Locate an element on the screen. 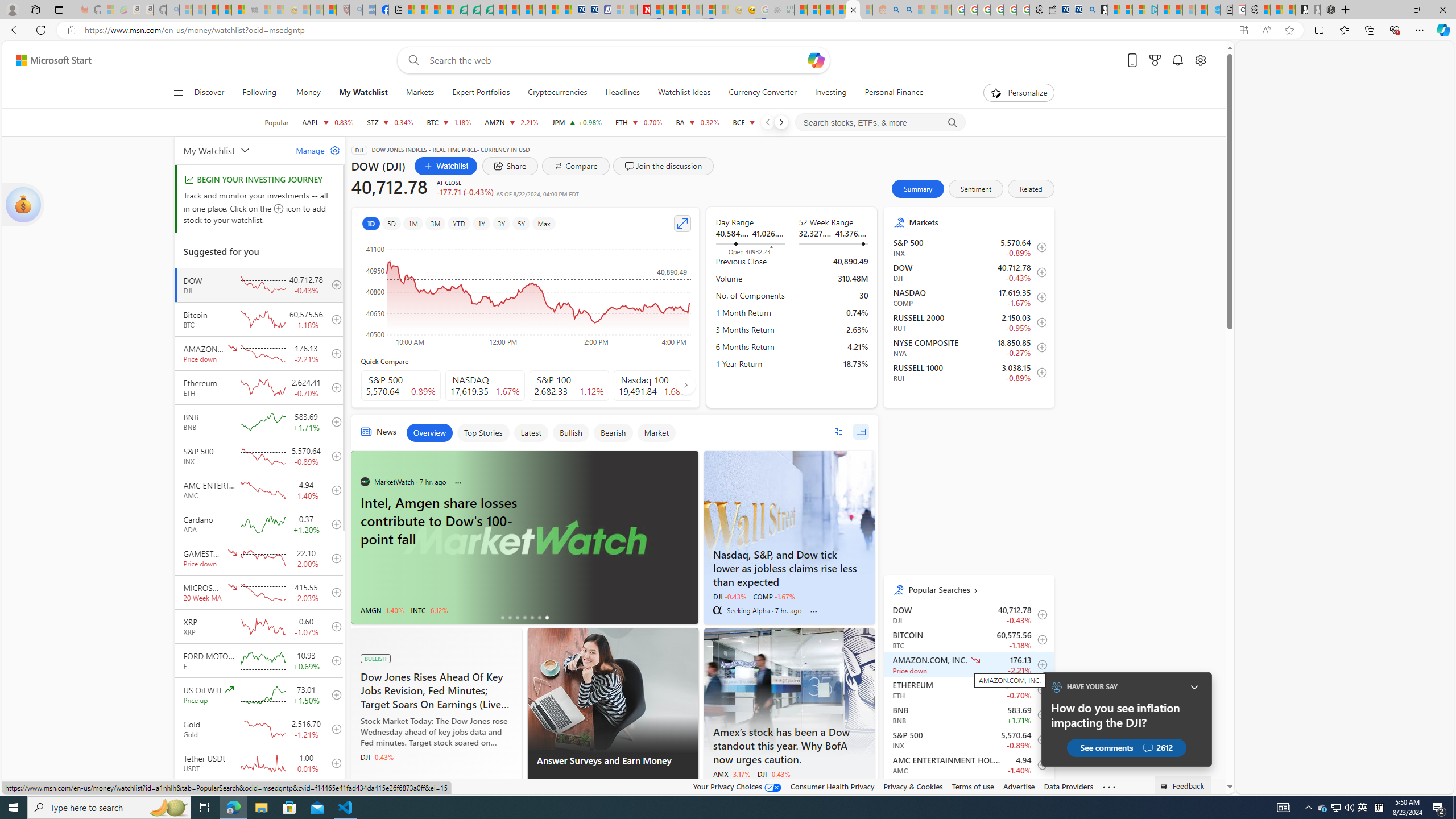 The height and width of the screenshot is (819, 1456). 'Watchlist Ideas' is located at coordinates (684, 92).